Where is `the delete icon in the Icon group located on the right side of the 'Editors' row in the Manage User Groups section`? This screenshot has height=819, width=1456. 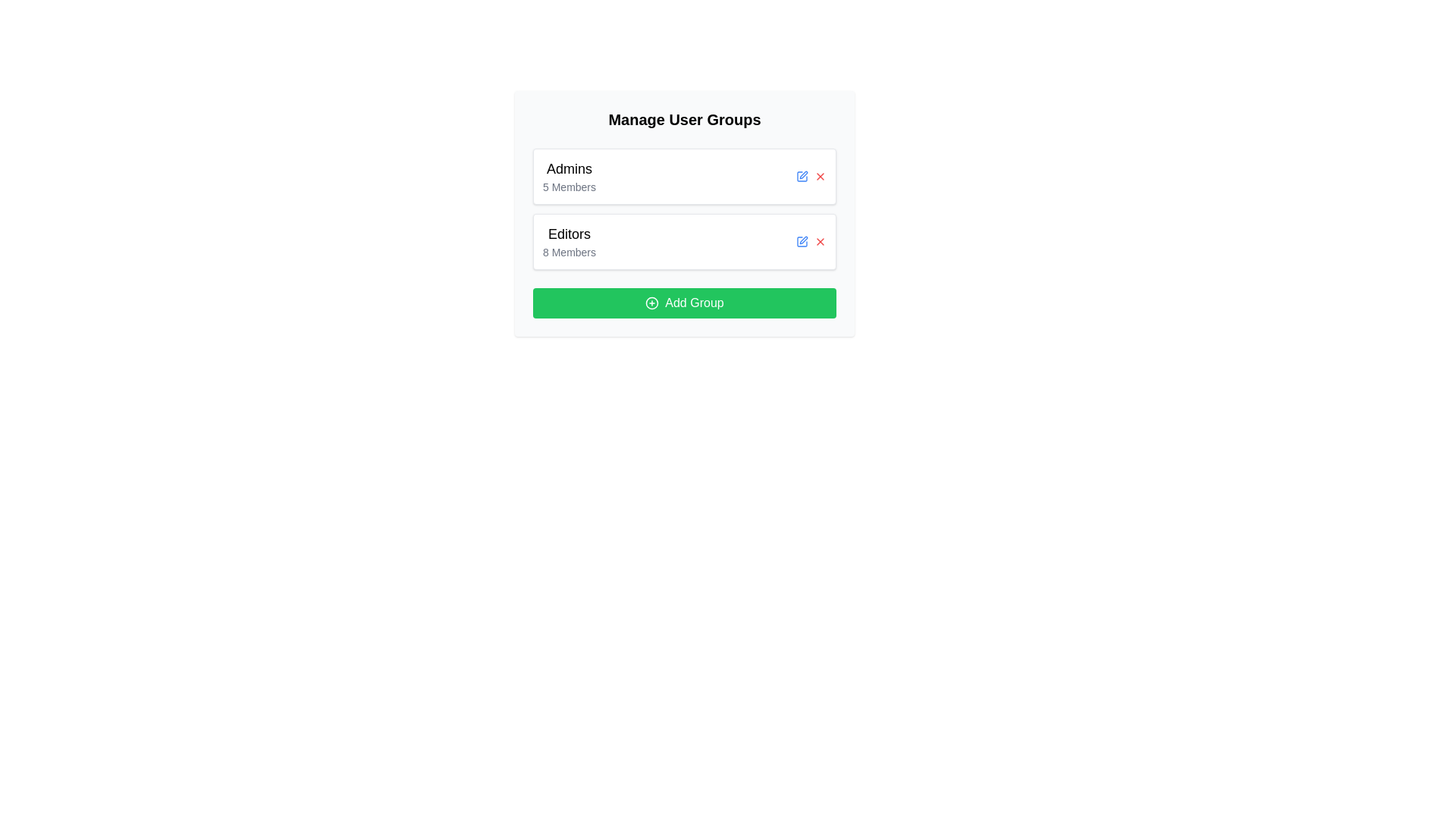 the delete icon in the Icon group located on the right side of the 'Editors' row in the Manage User Groups section is located at coordinates (811, 241).